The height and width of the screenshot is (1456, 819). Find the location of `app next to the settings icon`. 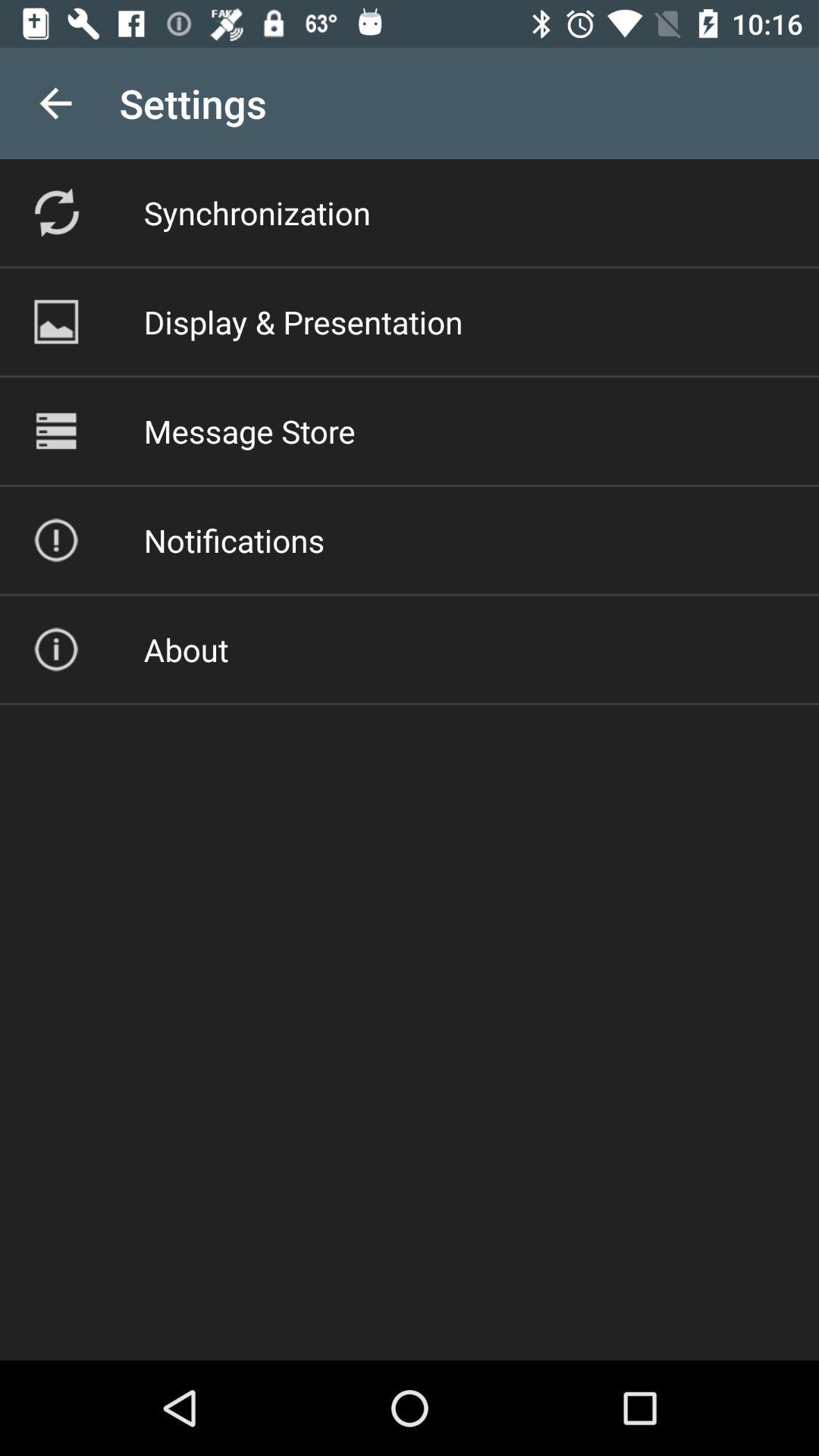

app next to the settings icon is located at coordinates (55, 102).